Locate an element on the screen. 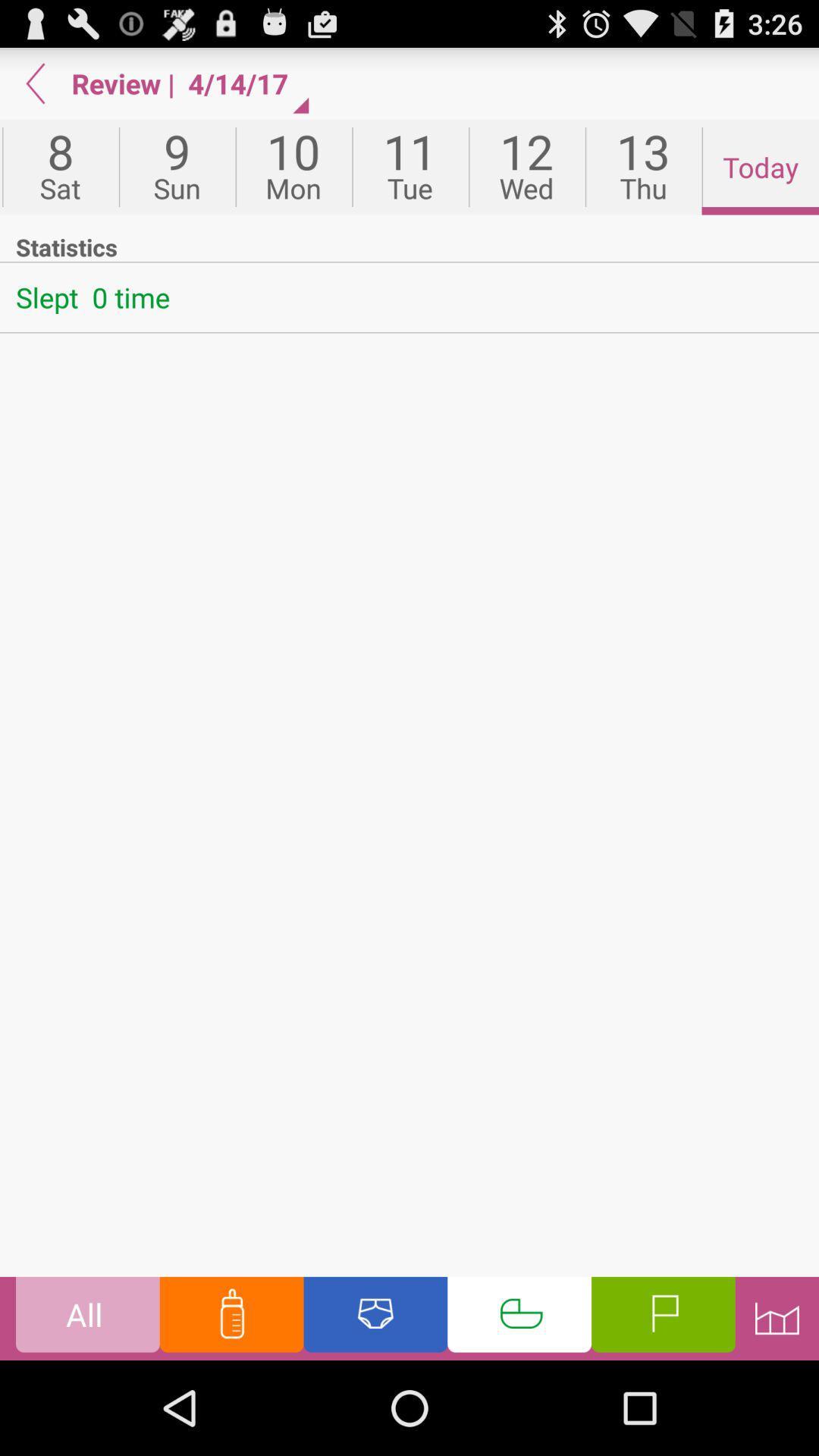  the icon next to the review is located at coordinates (35, 83).